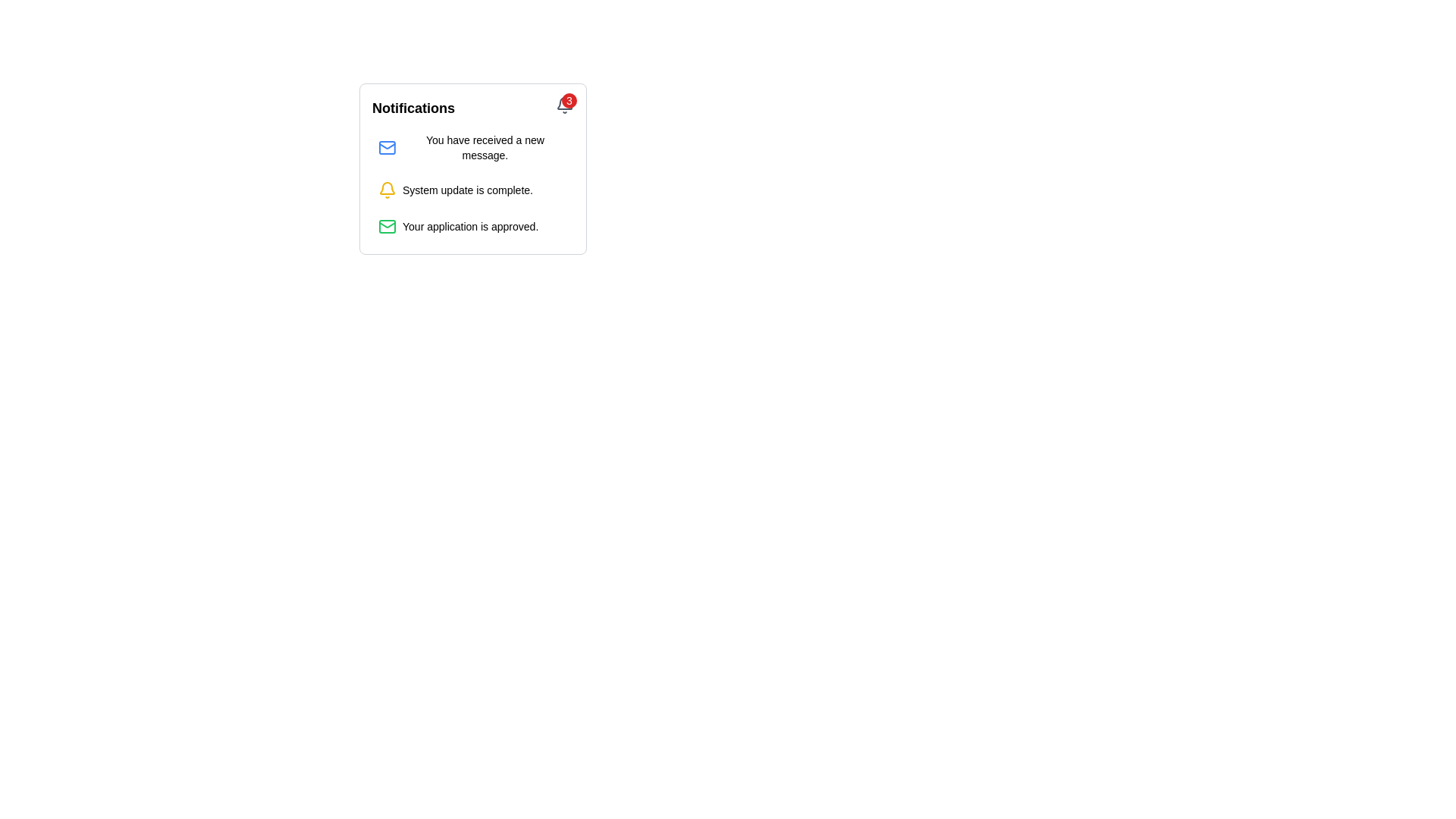  What do you see at coordinates (560, 107) in the screenshot?
I see `the circular red notification badge with the number '3' inside, which is positioned at the top right corner of the notification bell icon` at bounding box center [560, 107].